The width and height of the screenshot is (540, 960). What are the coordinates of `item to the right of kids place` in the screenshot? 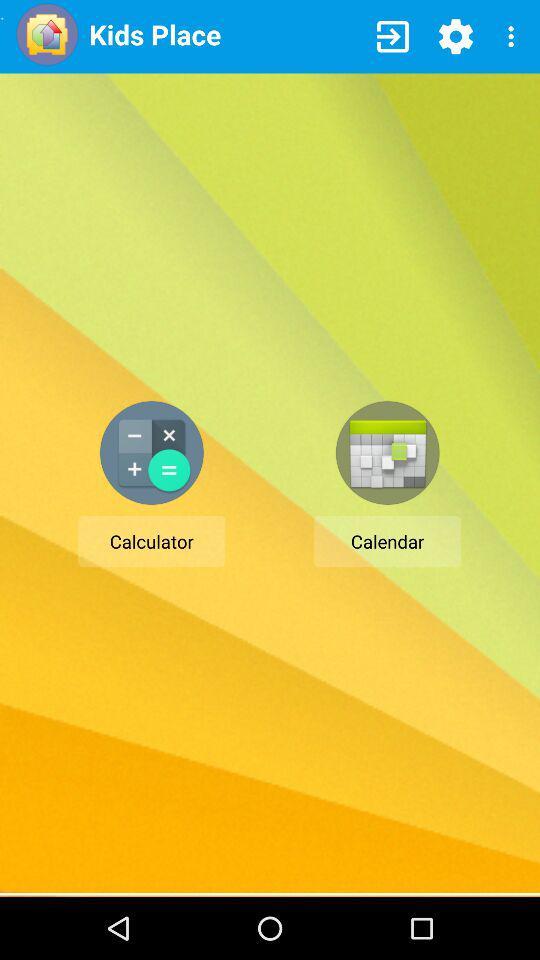 It's located at (393, 35).